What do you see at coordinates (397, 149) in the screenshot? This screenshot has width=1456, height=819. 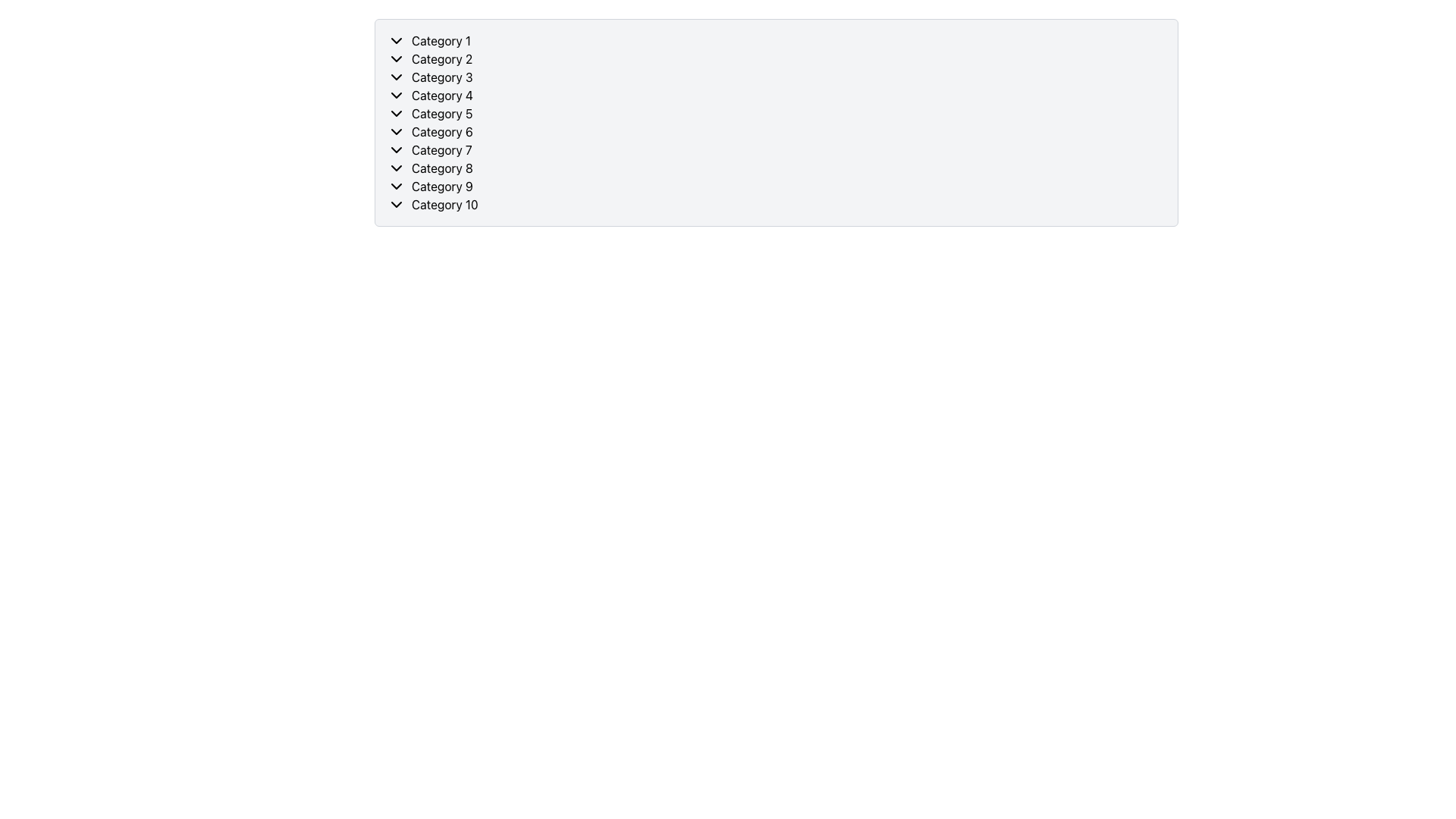 I see `the downward-pointing chevron icon, which is styled with a thin black outline and located to the left of the text 'Category 7'` at bounding box center [397, 149].